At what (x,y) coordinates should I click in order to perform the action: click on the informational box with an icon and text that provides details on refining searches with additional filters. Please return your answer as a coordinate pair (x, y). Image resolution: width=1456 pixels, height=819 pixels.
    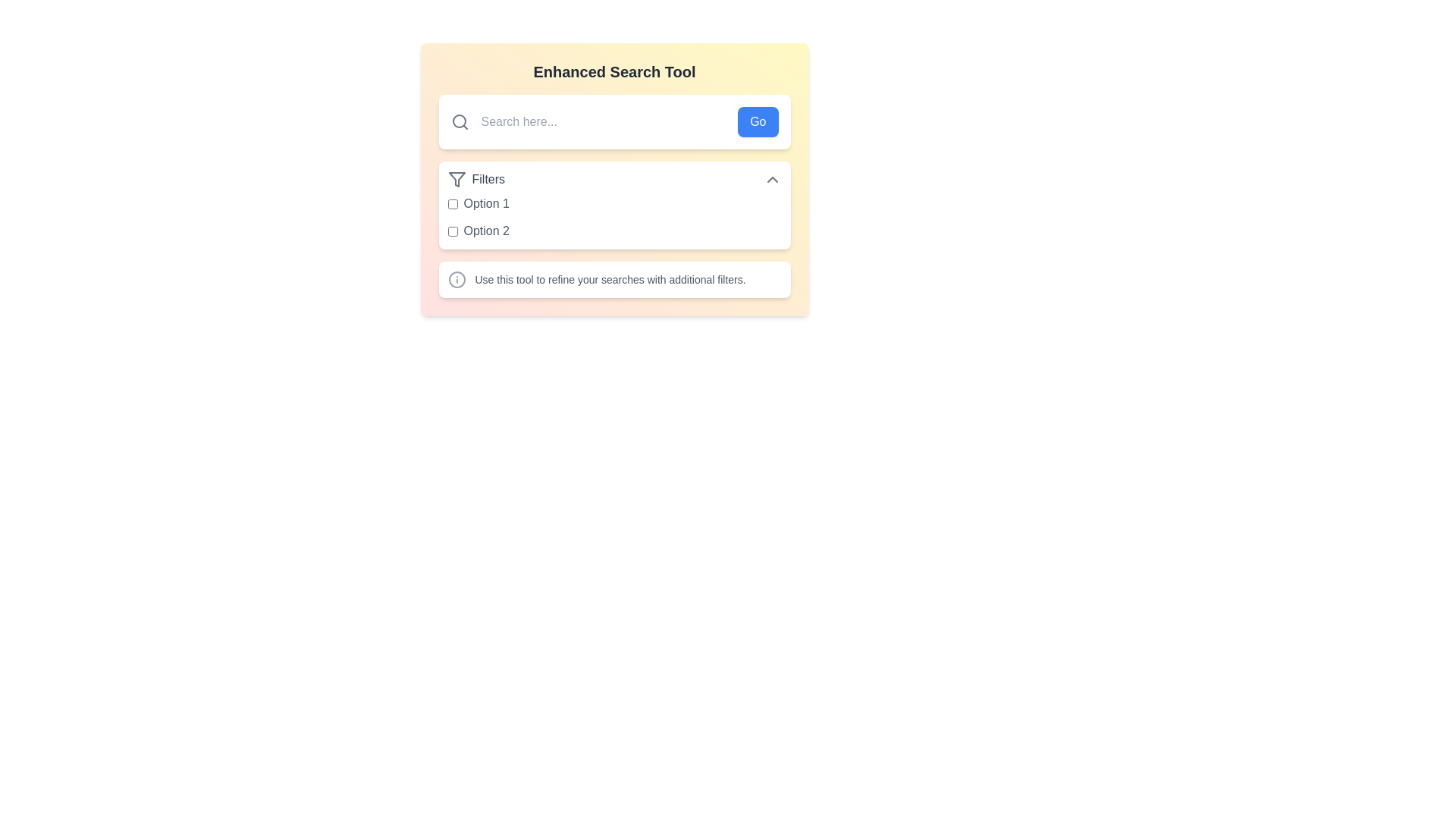
    Looking at the image, I should click on (614, 280).